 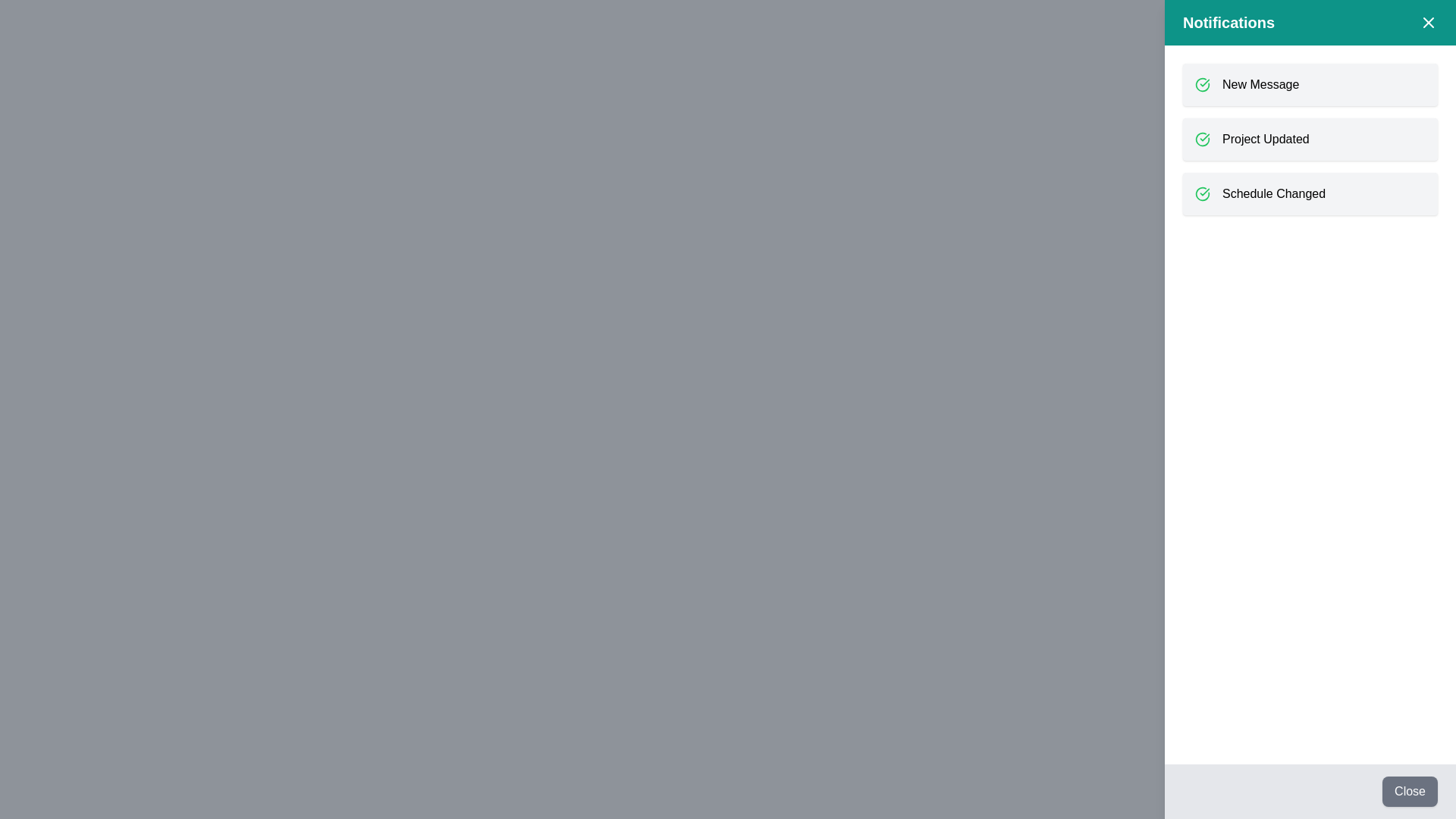 I want to click on the status indicator icon located to the left of the 'New Message' text within the notification card at the top of the list, so click(x=1201, y=84).